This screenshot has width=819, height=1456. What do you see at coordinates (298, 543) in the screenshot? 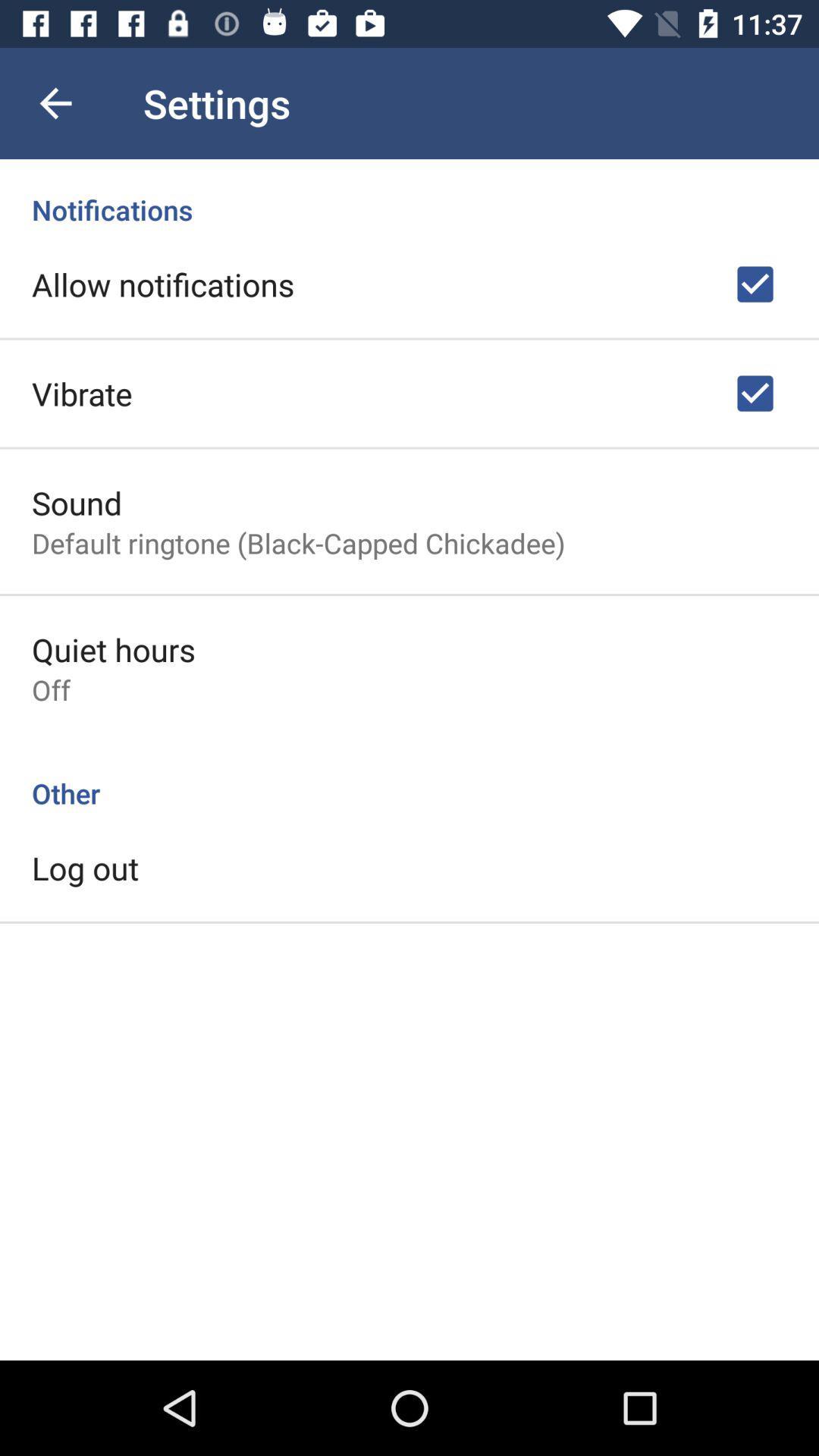
I see `icon below the sound item` at bounding box center [298, 543].